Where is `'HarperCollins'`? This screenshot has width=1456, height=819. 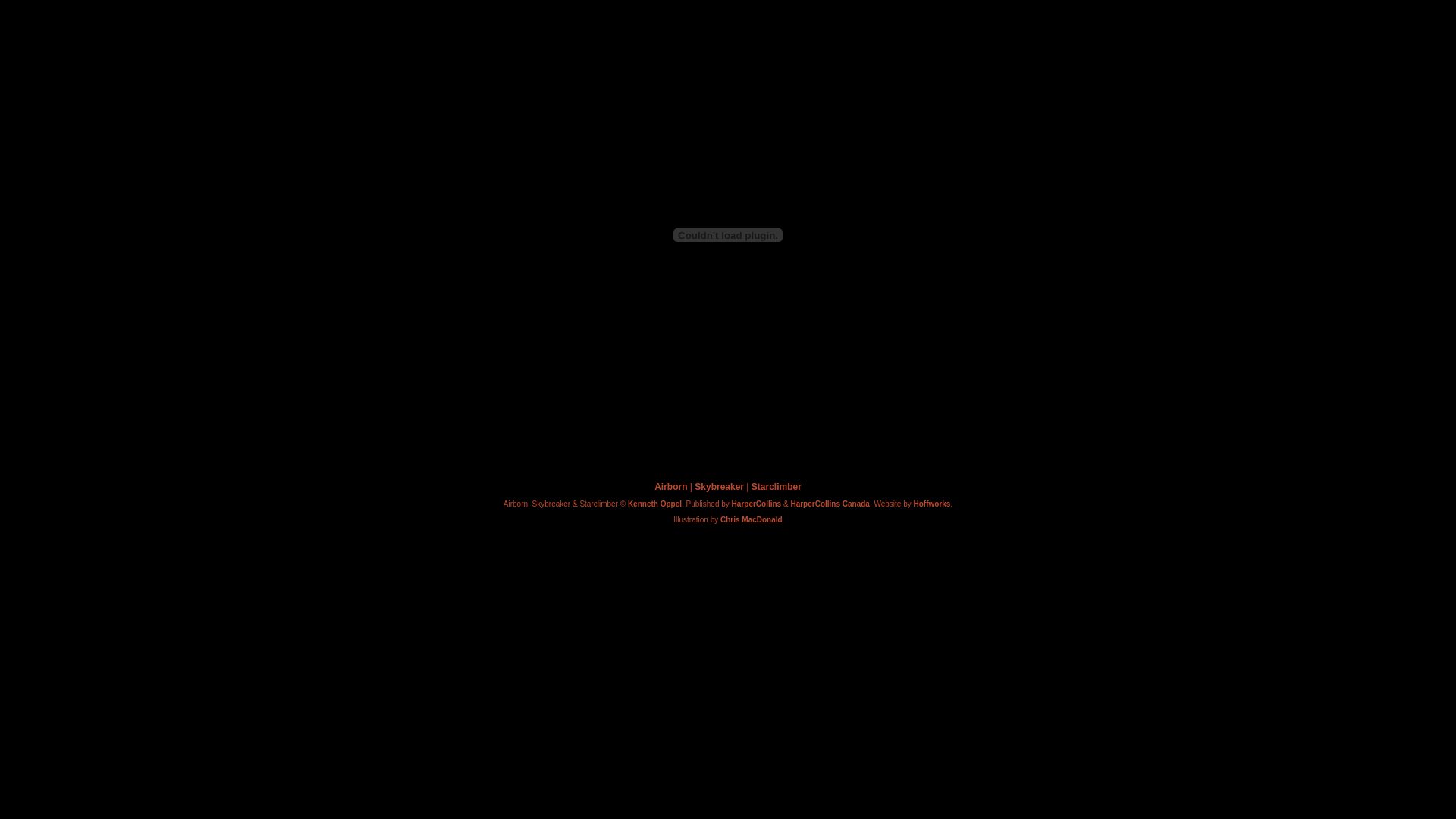 'HarperCollins' is located at coordinates (757, 504).